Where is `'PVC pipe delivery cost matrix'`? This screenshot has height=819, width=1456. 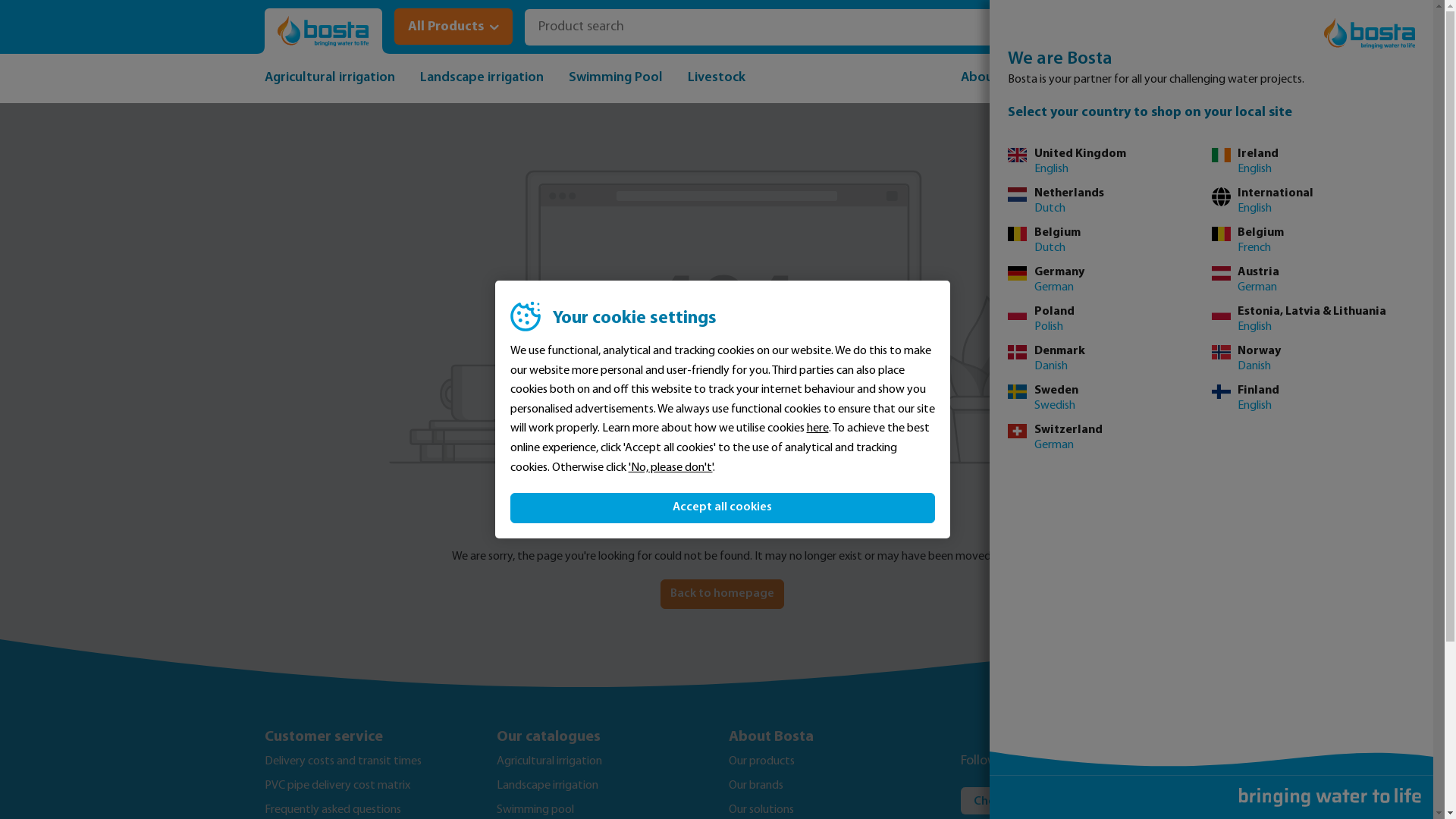
'PVC pipe delivery cost matrix' is located at coordinates (336, 785).